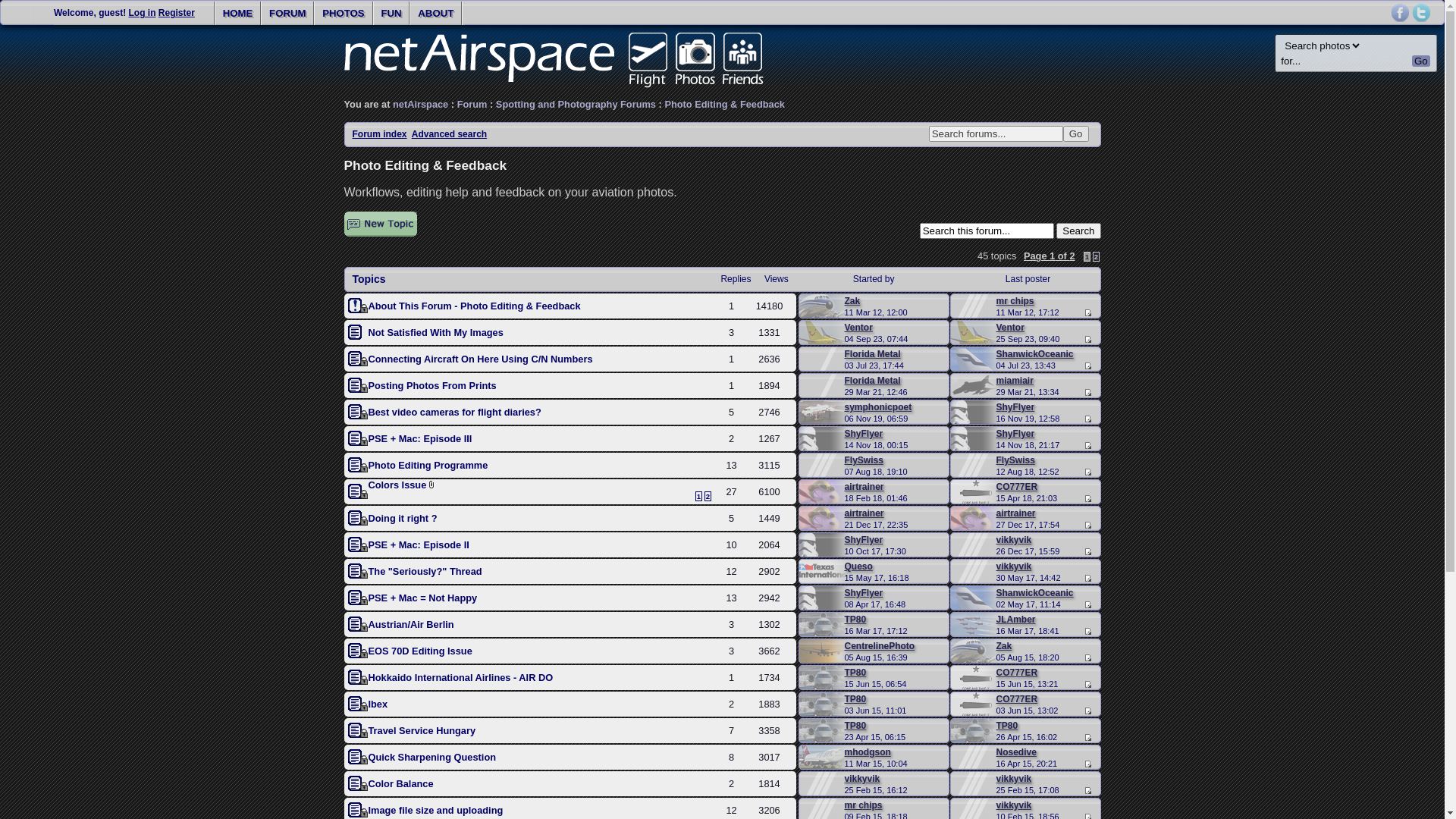  What do you see at coordinates (368, 571) in the screenshot?
I see `'The "Seriously?" Thread'` at bounding box center [368, 571].